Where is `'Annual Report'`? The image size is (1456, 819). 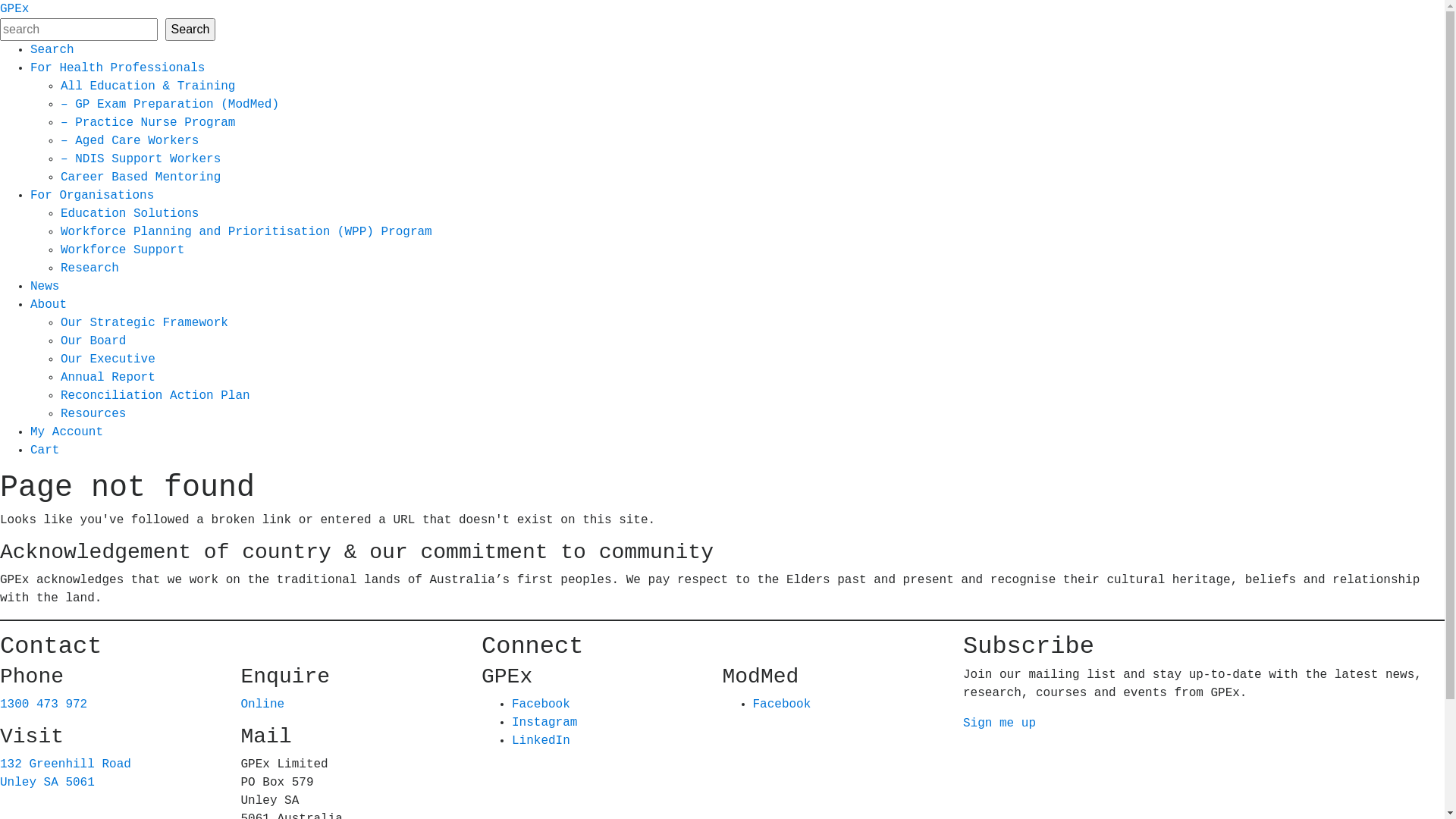
'Annual Report' is located at coordinates (107, 376).